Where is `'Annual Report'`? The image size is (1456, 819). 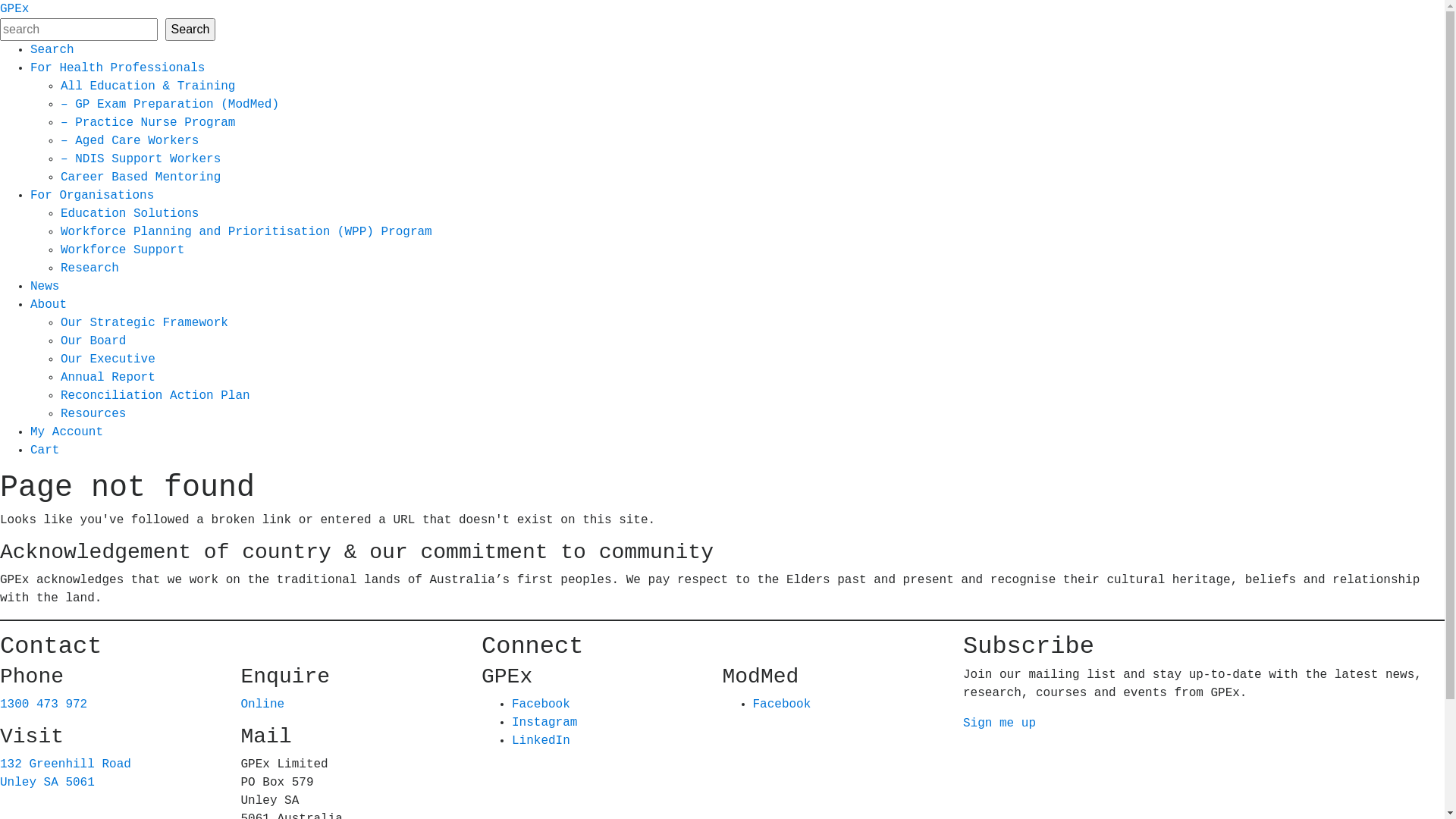
'Annual Report' is located at coordinates (107, 376).